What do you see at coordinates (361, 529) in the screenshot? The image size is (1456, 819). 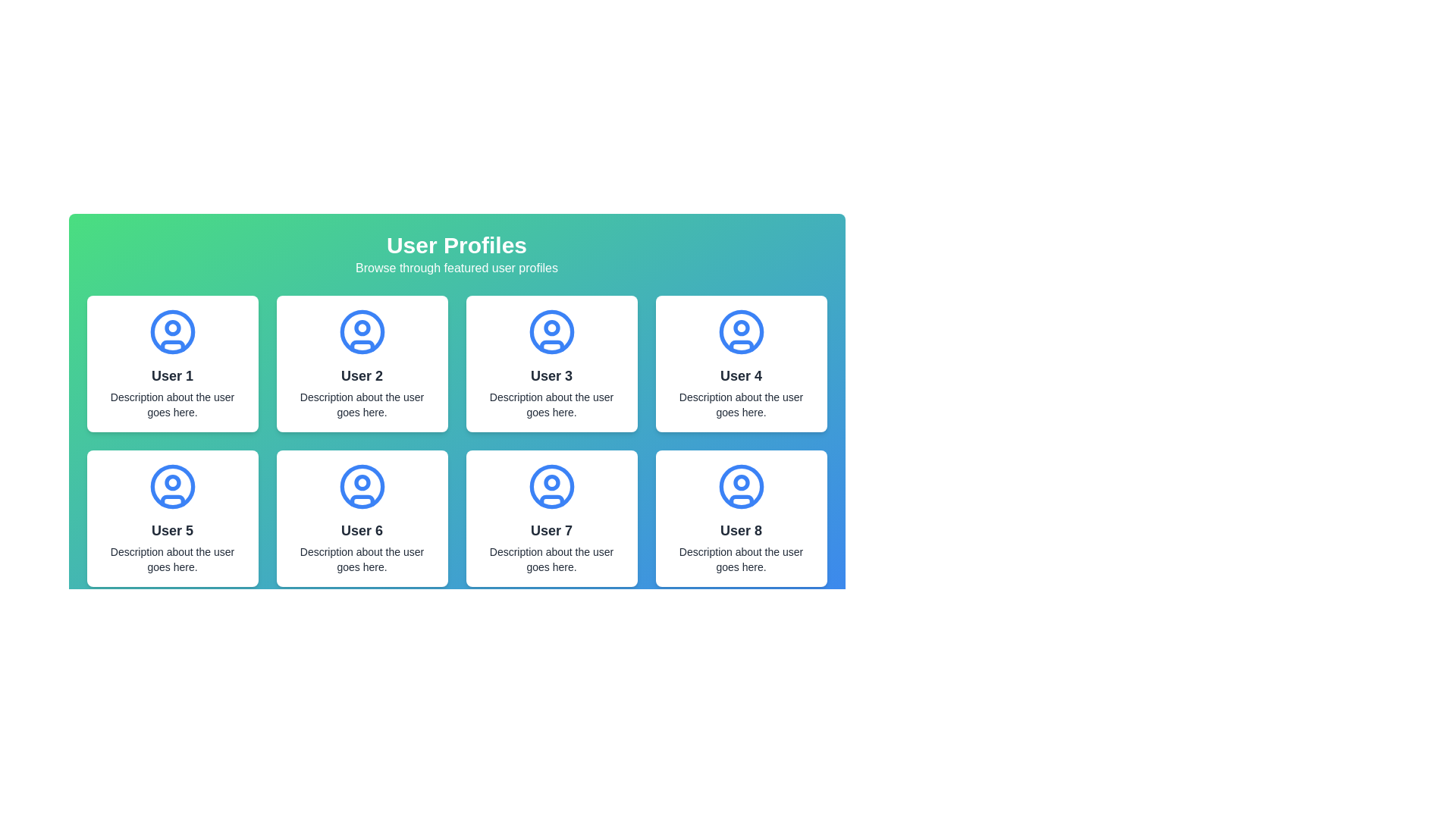 I see `the bold text label reading 'User 6' that is centrally aligned within a white, rounded rectangular card in the user profile section` at bounding box center [361, 529].